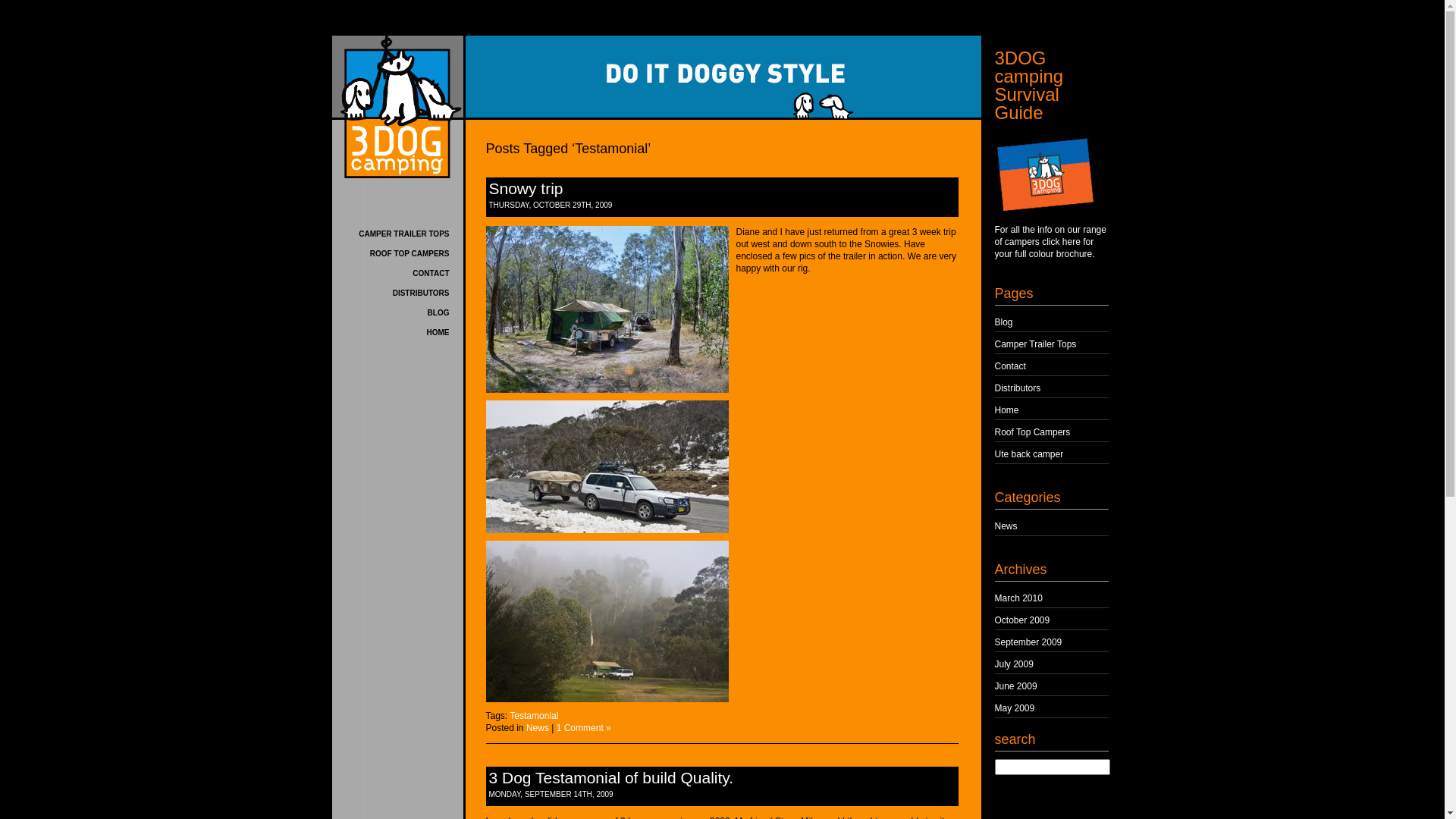  Describe the element at coordinates (510, 716) in the screenshot. I see `'Testamonial'` at that location.